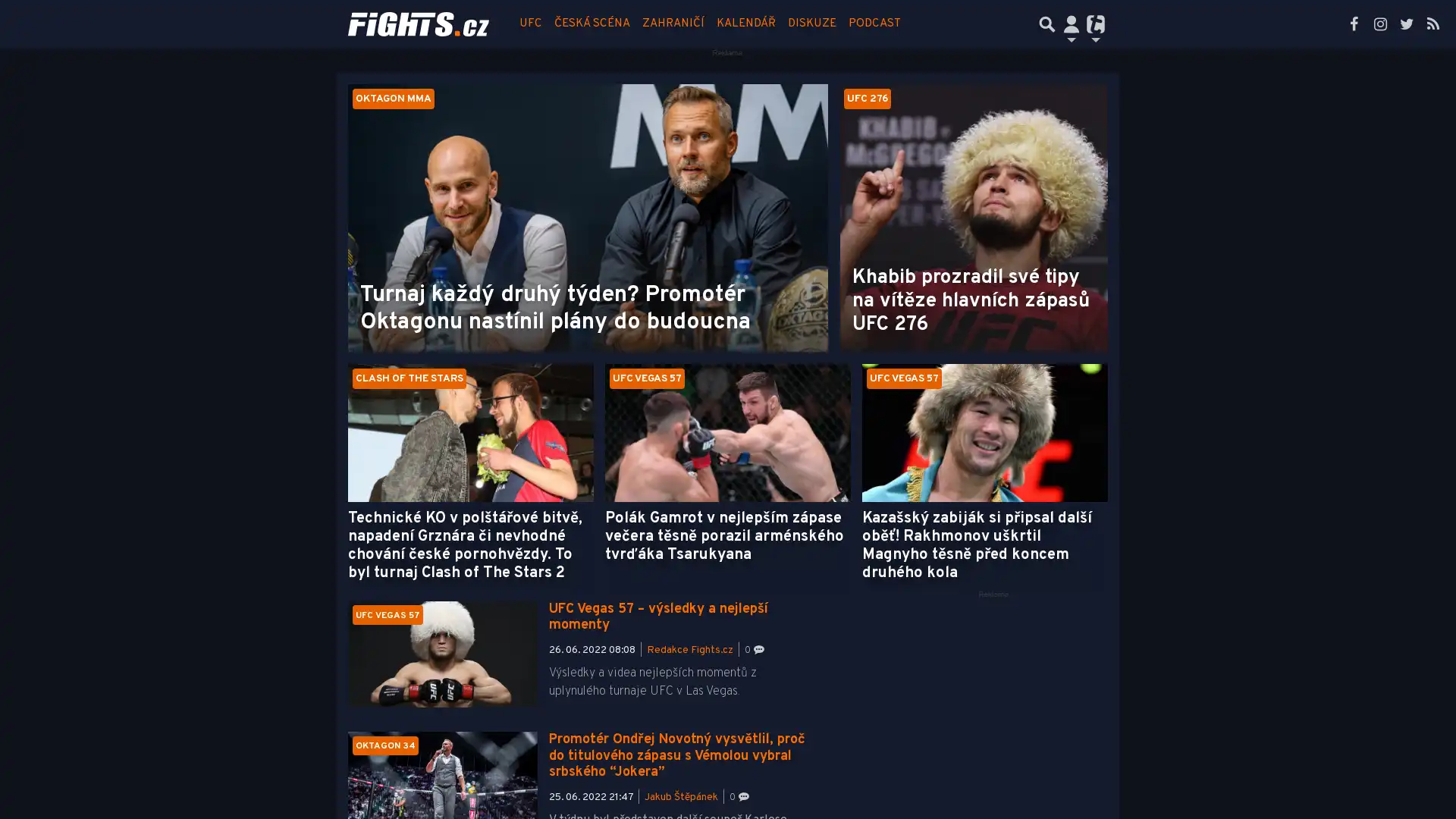 The height and width of the screenshot is (819, 1456). I want to click on Prepnout hledani, so click(1046, 24).